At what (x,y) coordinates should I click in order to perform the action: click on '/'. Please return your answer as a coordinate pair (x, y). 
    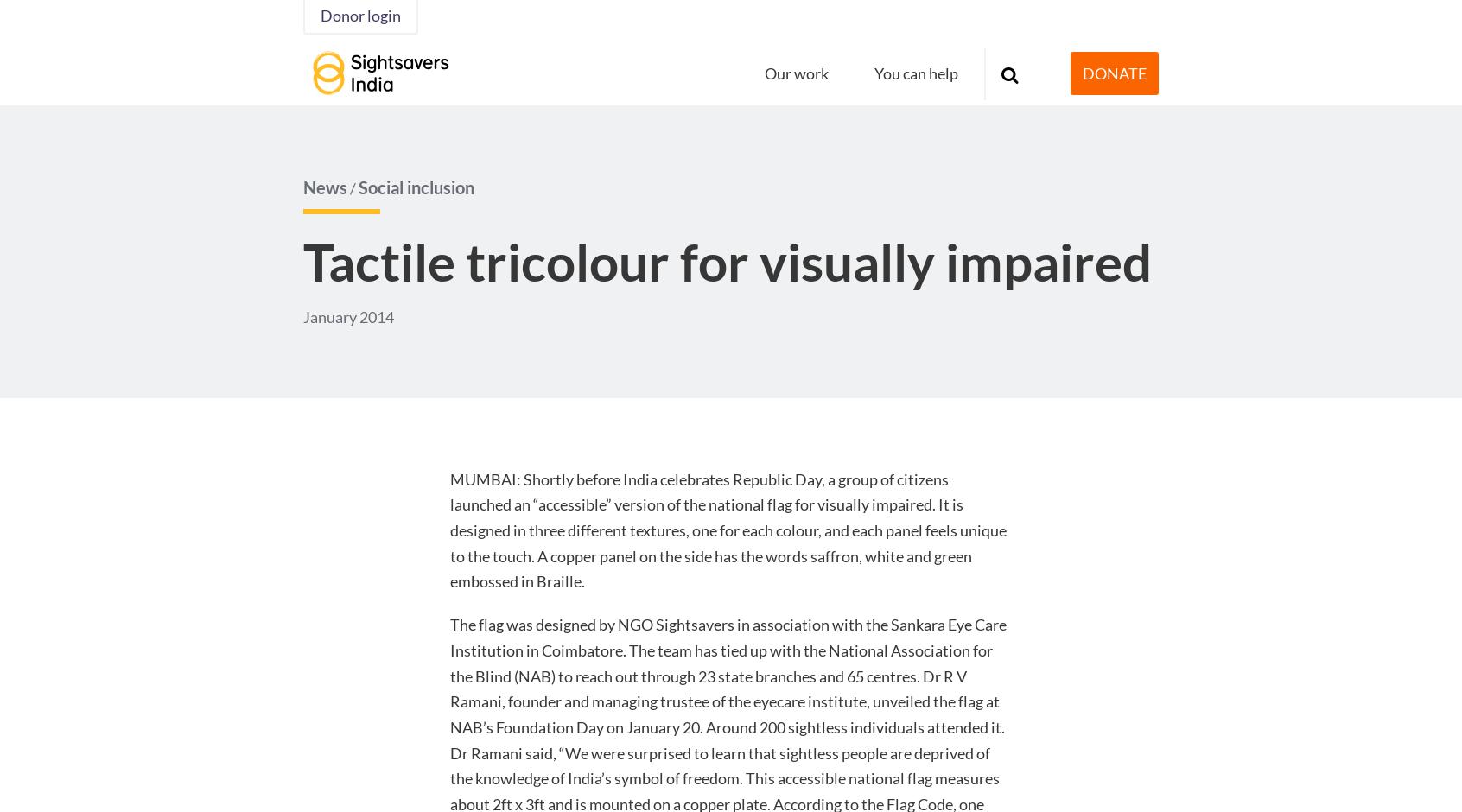
    Looking at the image, I should click on (353, 187).